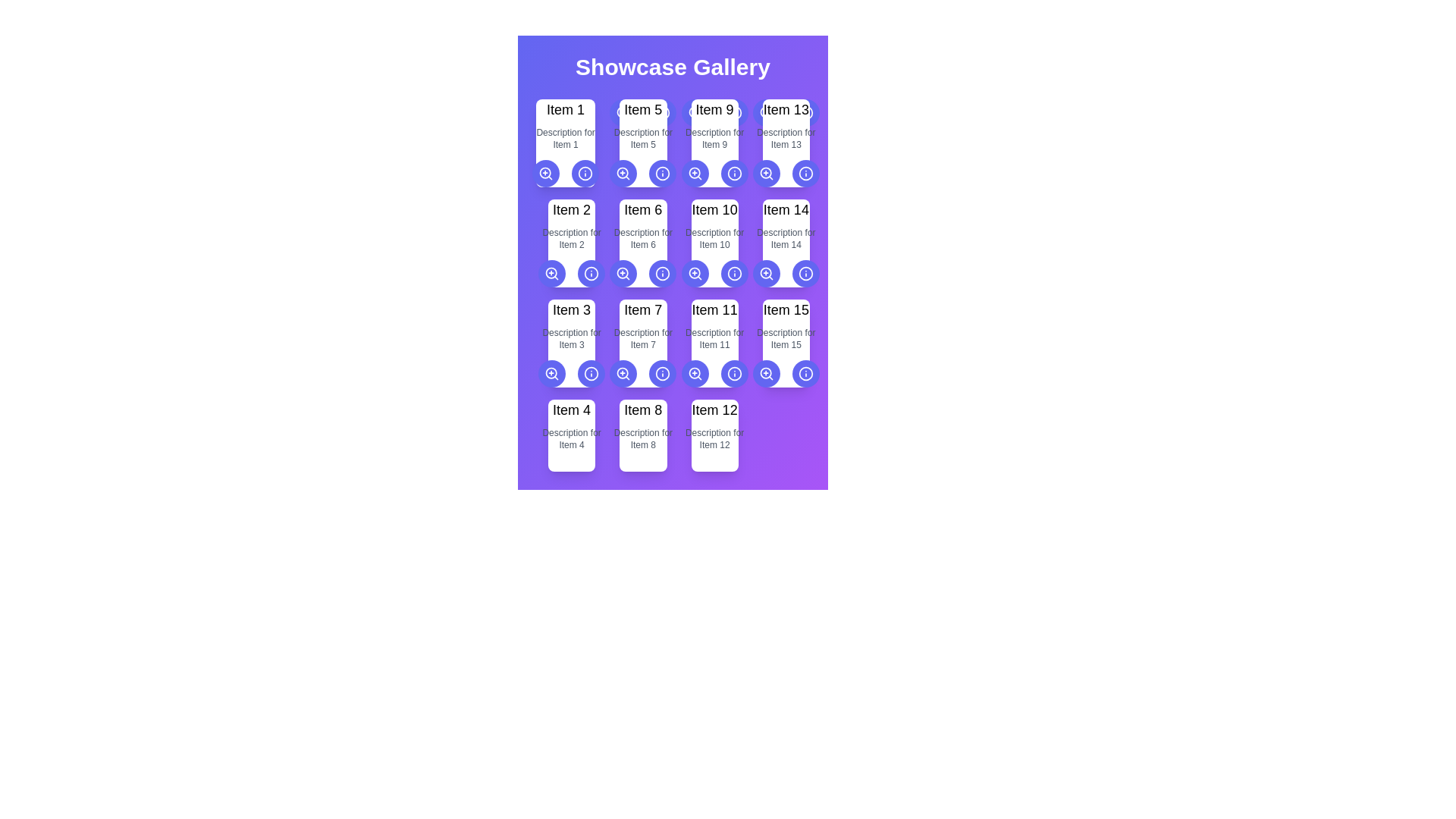 This screenshot has height=819, width=1456. Describe the element at coordinates (571, 374) in the screenshot. I see `the right circular button in the button group below the card labeled 'Item 3'` at that location.